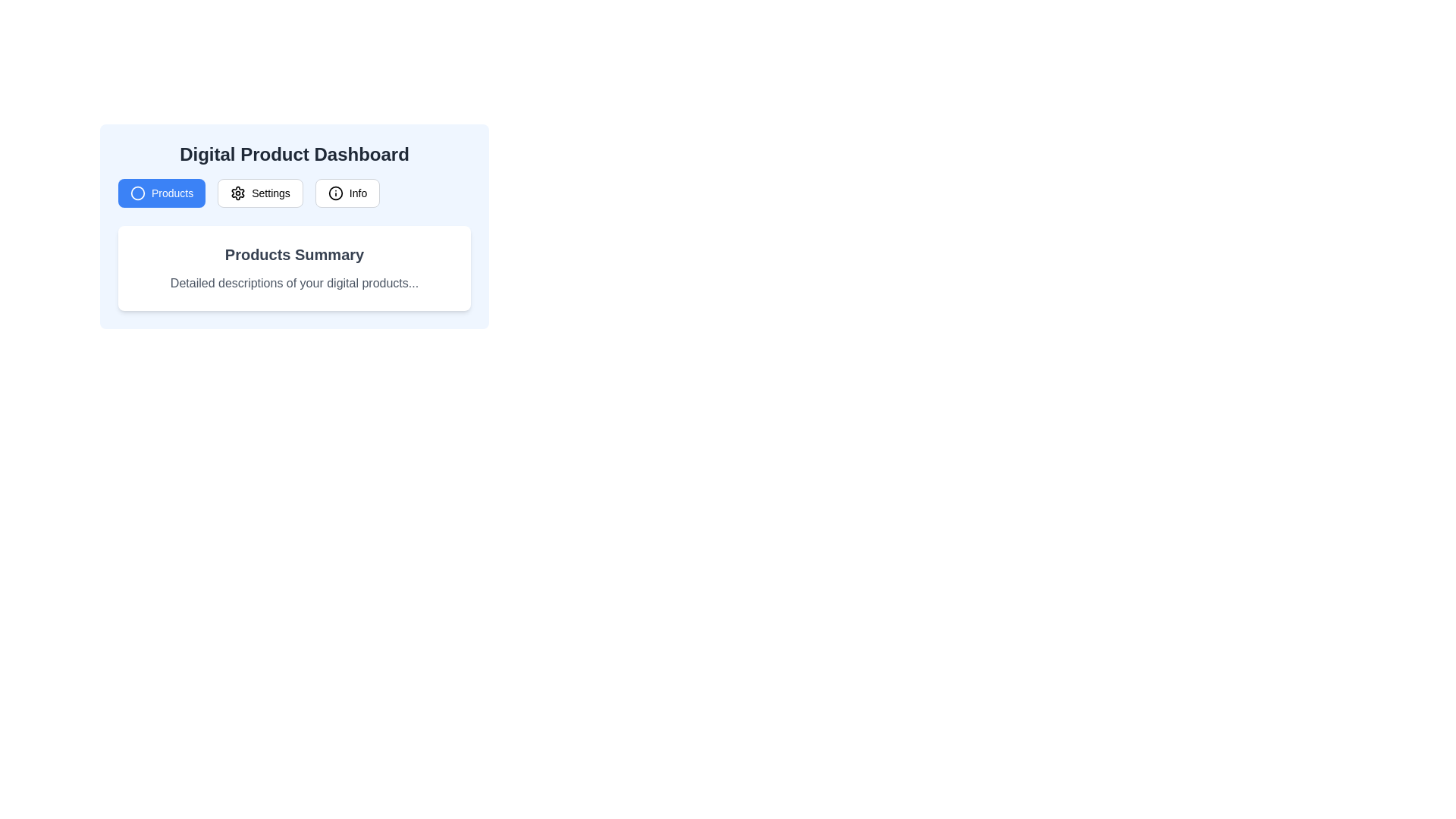 This screenshot has width=1456, height=819. Describe the element at coordinates (334, 192) in the screenshot. I see `the small circular icon containing an 'i' symbol, which is the leftmost part of the 'Info' button in the button row near the top-center of the interface` at that location.